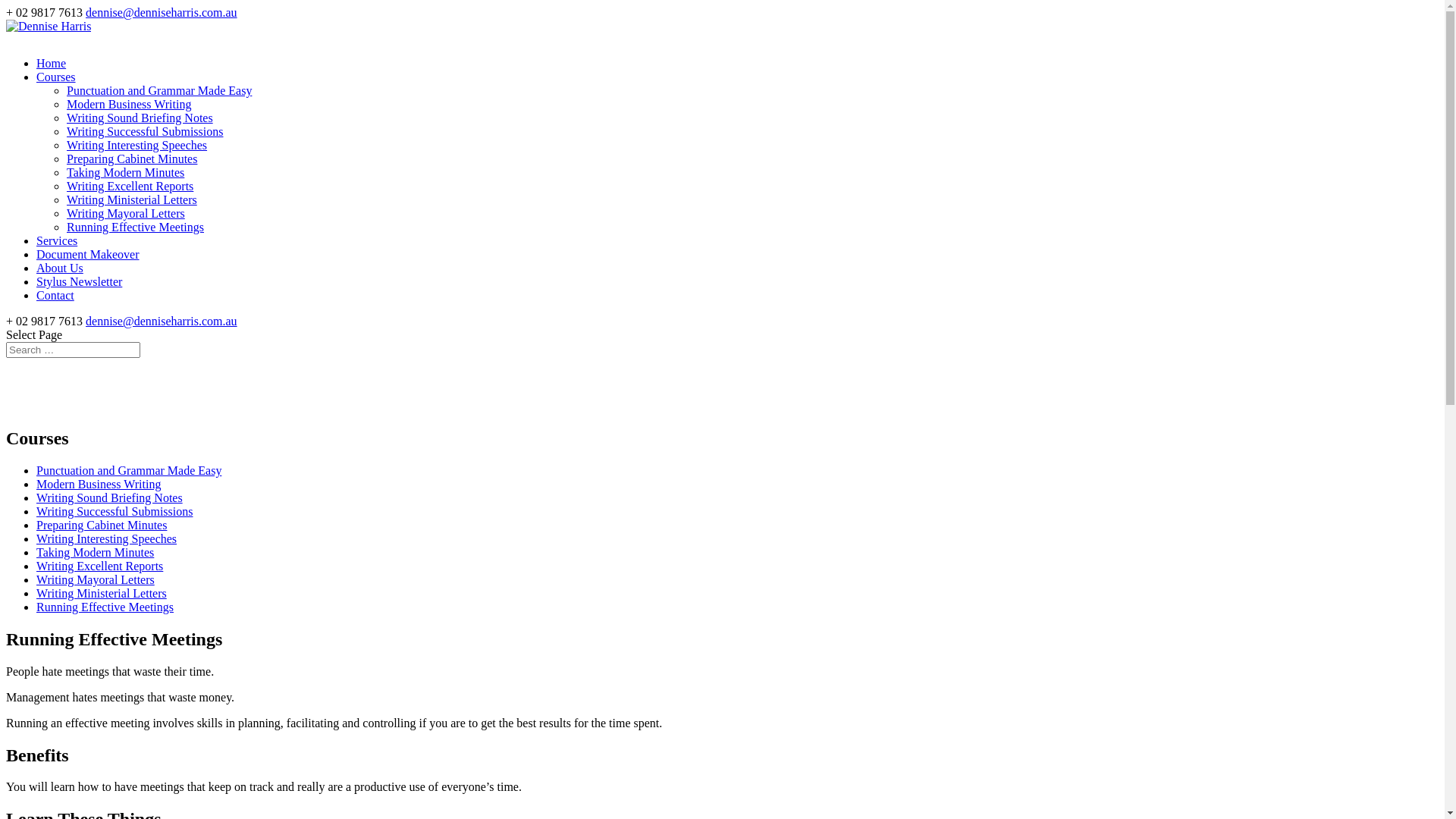 This screenshot has width=1456, height=819. Describe the element at coordinates (78, 287) in the screenshot. I see `'Stylus Newsletter'` at that location.